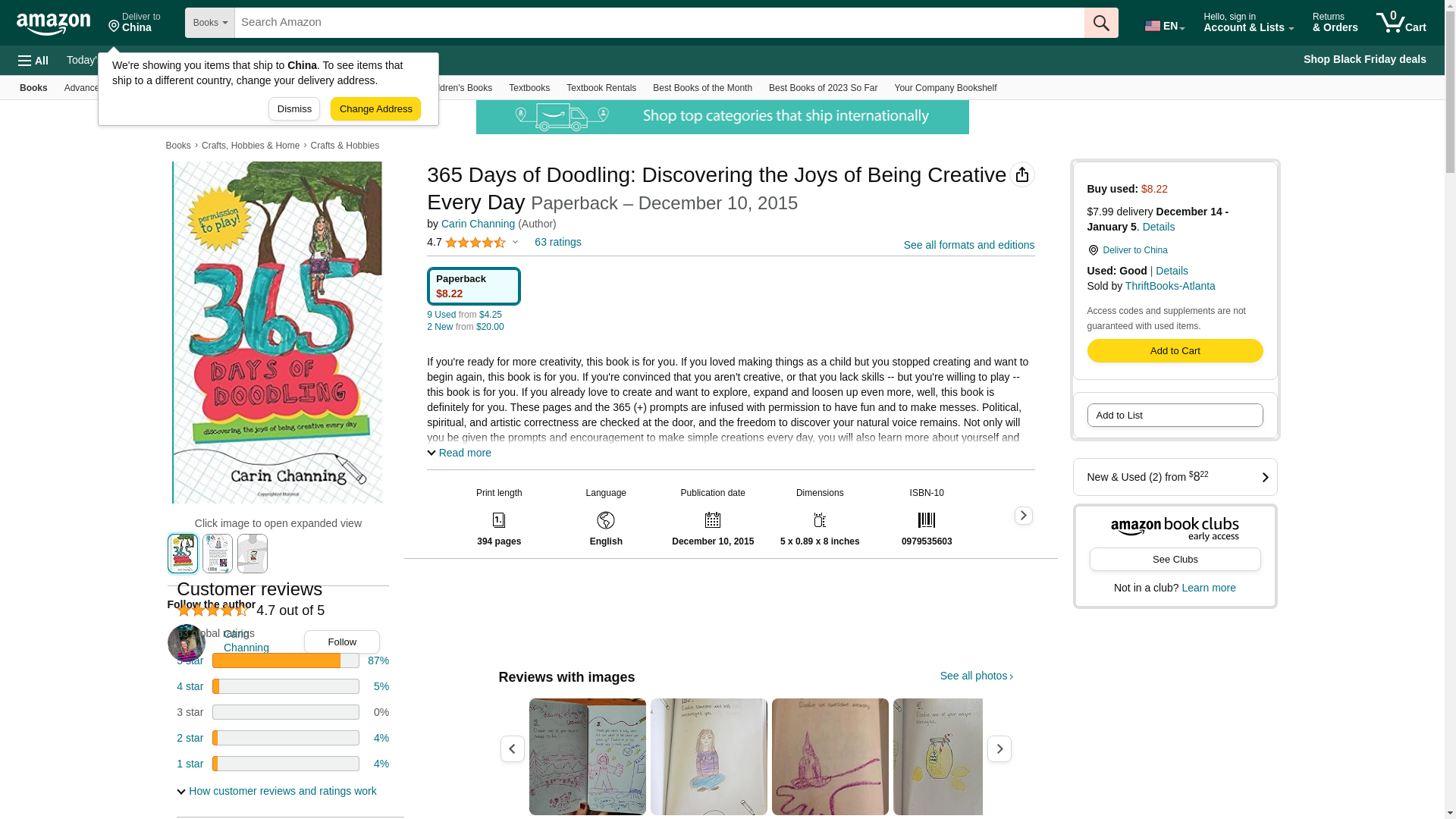  What do you see at coordinates (472, 241) in the screenshot?
I see `'4.7'` at bounding box center [472, 241].